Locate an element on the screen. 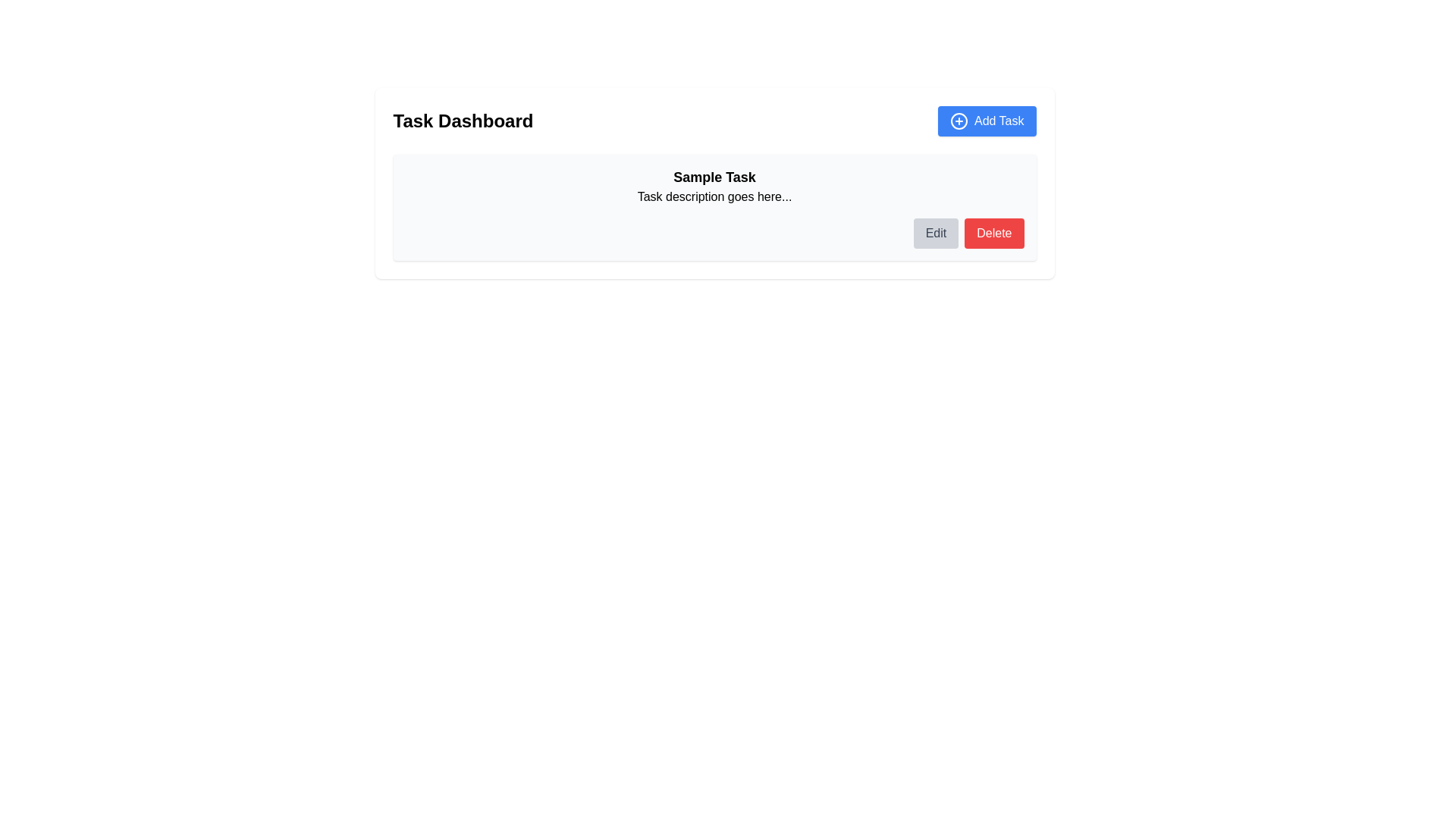  the circular SVG element that is part of the 'Add Task' button located in the top-right portion of the interface is located at coordinates (958, 120).